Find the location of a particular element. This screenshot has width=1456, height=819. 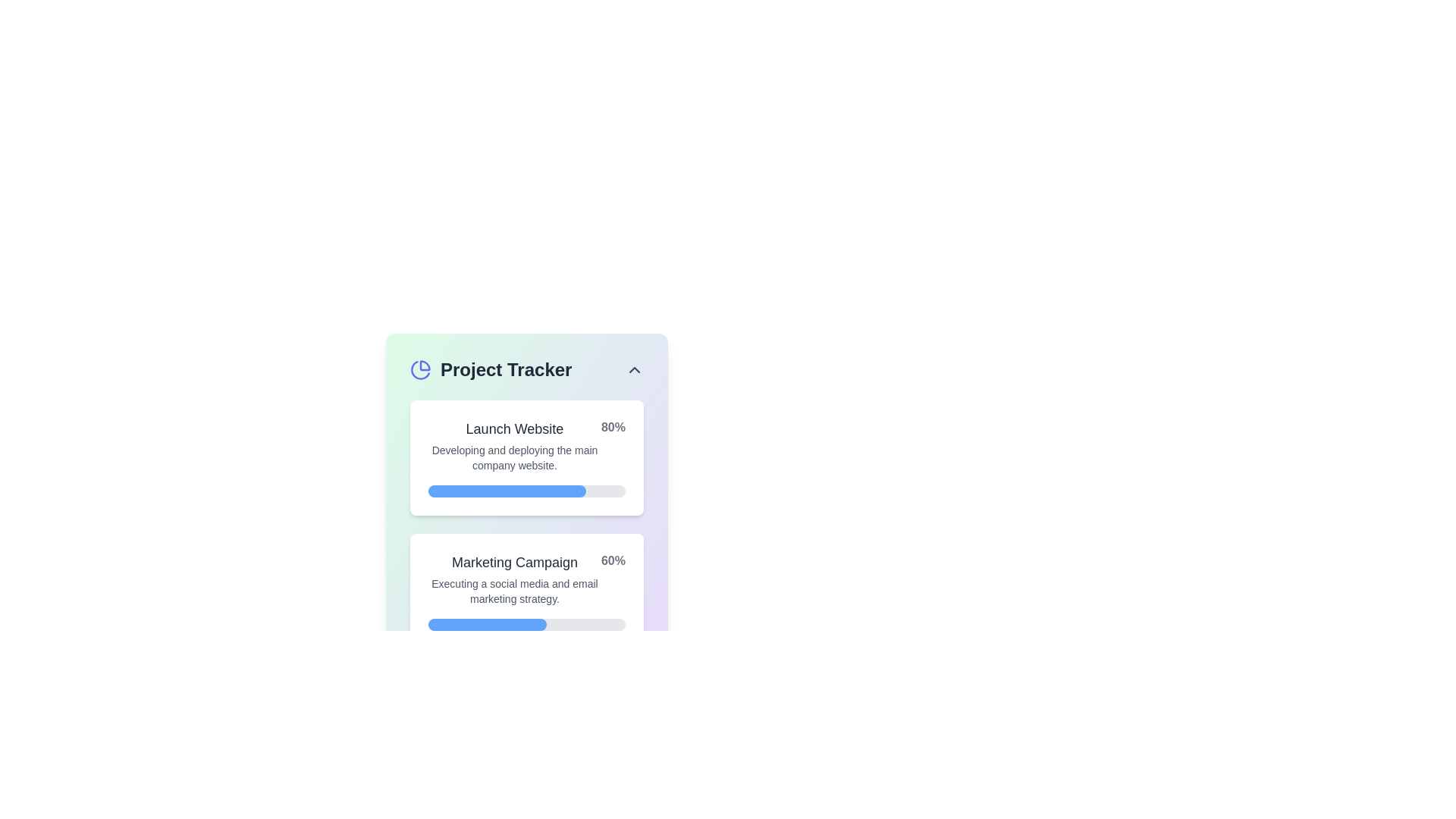

the 'Launch Website' text label, which is prominently displayed in a card-like section of the project tracker interface is located at coordinates (514, 429).